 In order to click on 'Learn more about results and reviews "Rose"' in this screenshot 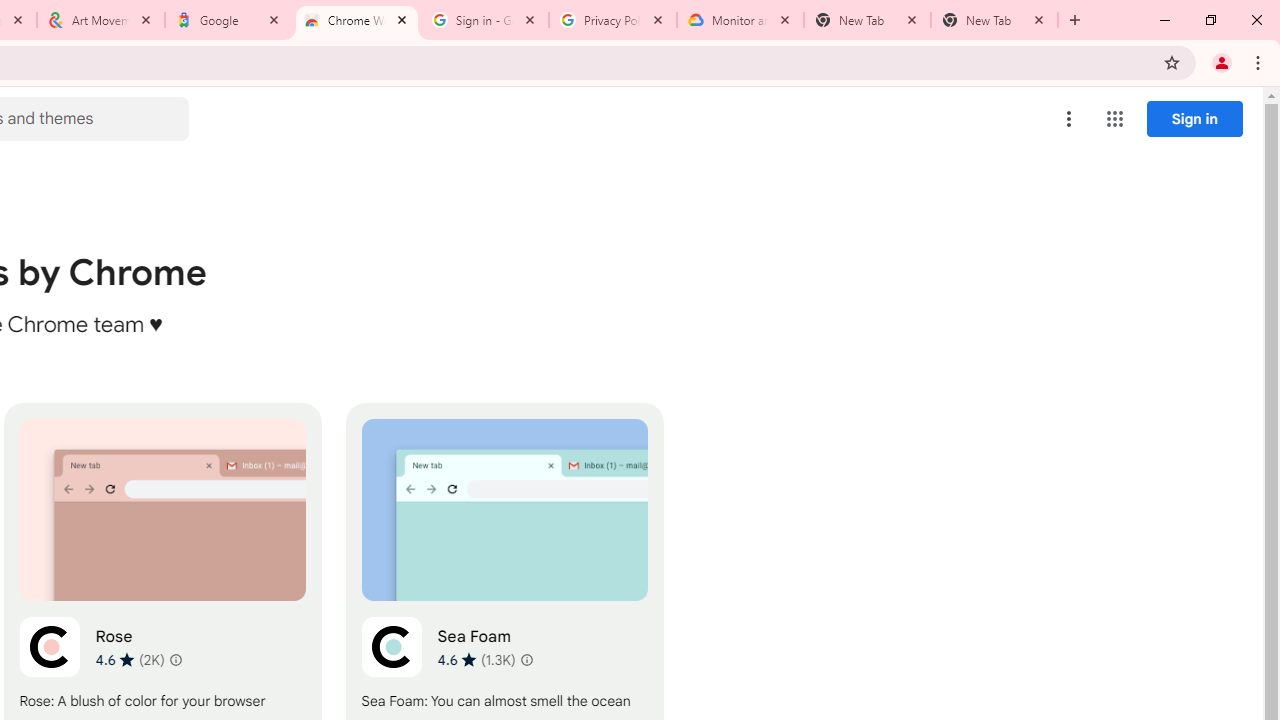, I will do `click(176, 659)`.